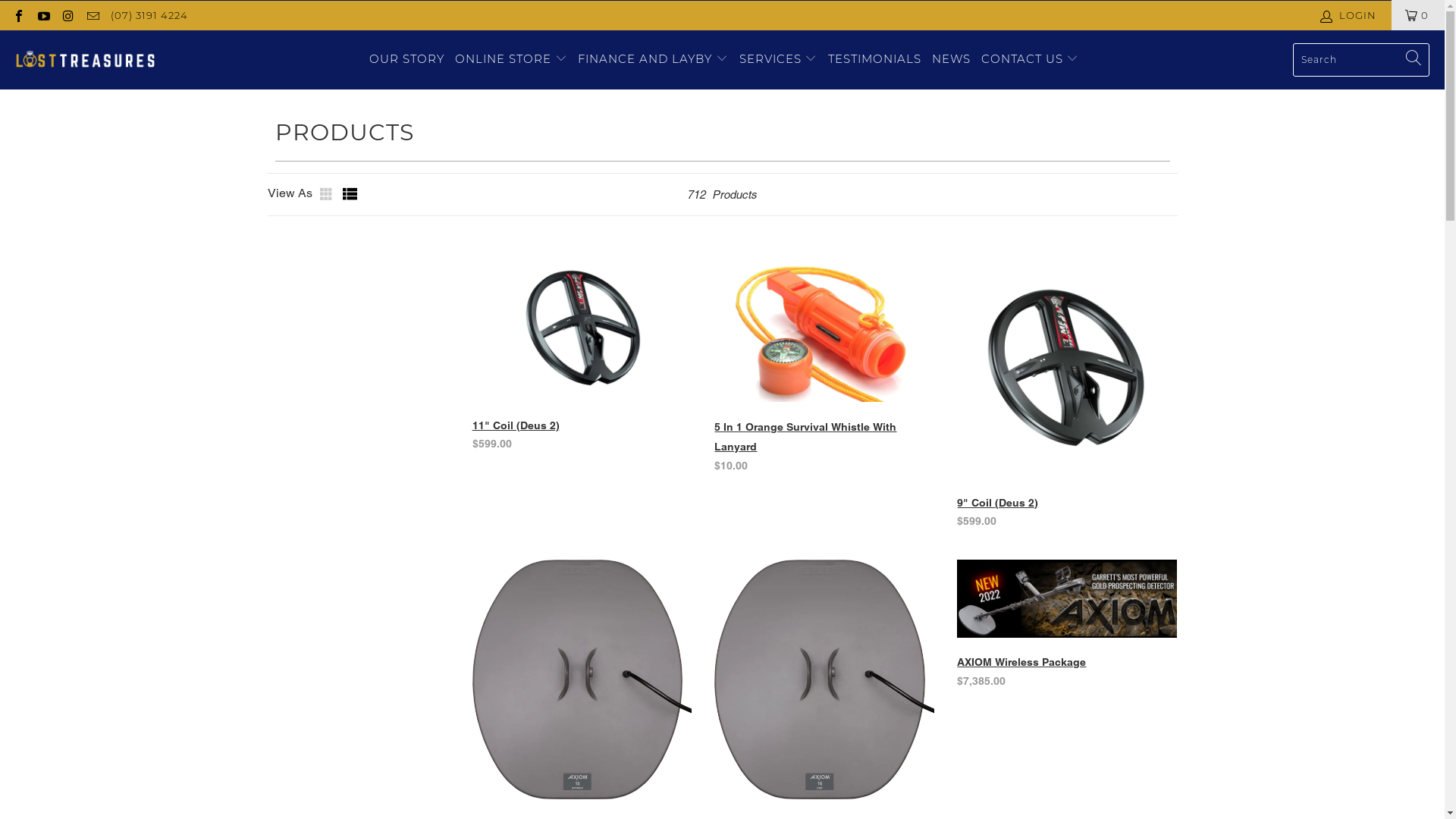  I want to click on 'Grid view', so click(327, 193).